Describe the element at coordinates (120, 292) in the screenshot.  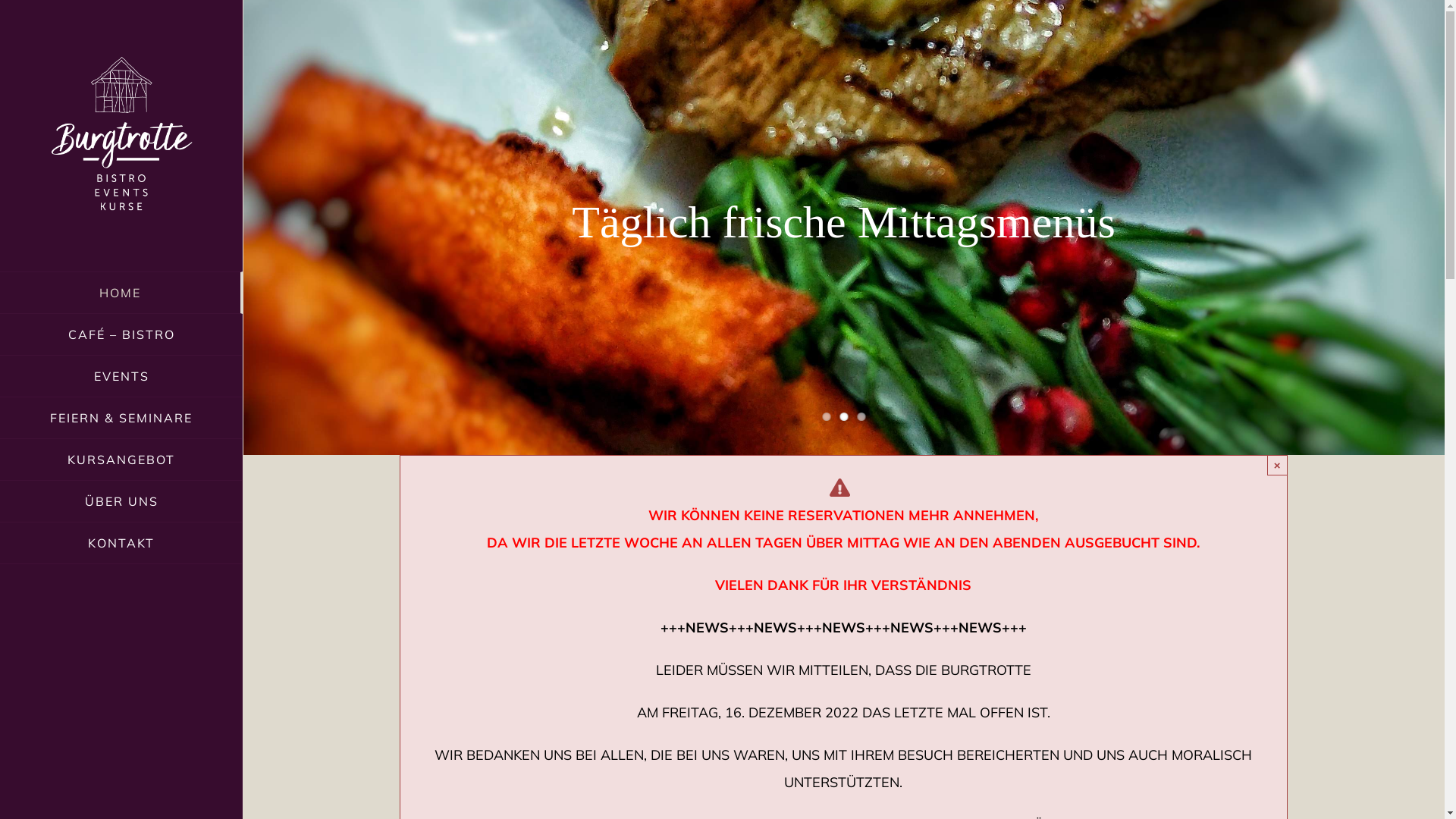
I see `'HOME'` at that location.